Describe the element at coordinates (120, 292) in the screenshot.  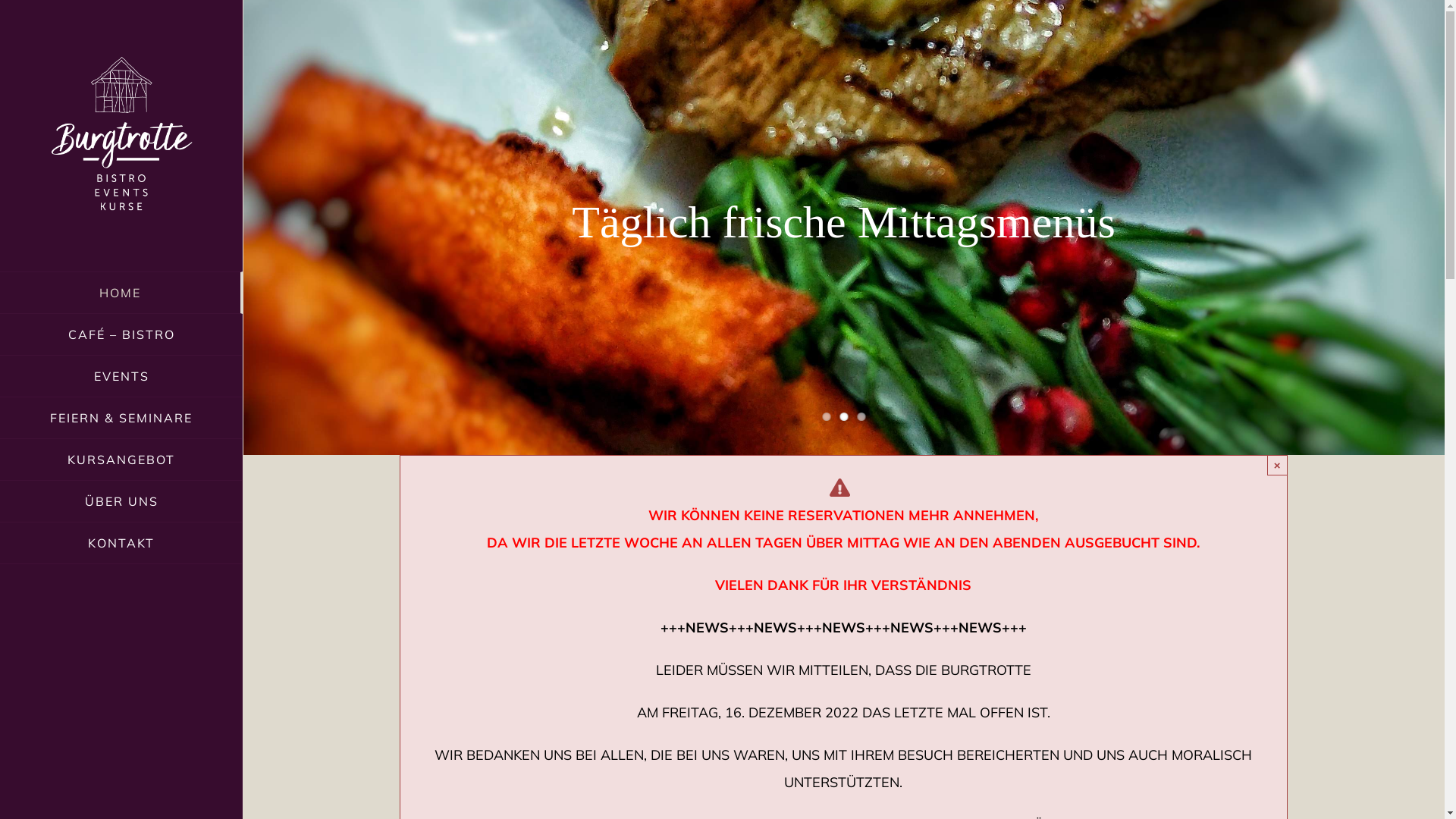
I see `'HOME'` at that location.